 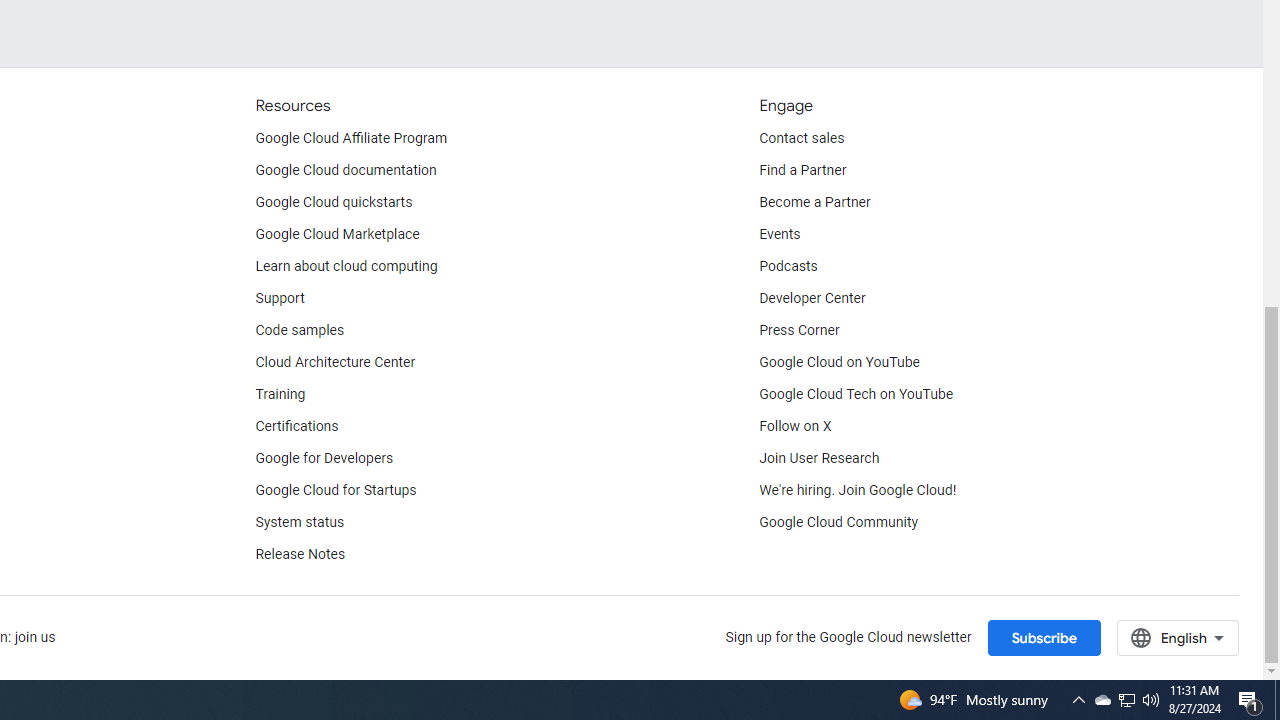 What do you see at coordinates (794, 425) in the screenshot?
I see `'Follow on X'` at bounding box center [794, 425].